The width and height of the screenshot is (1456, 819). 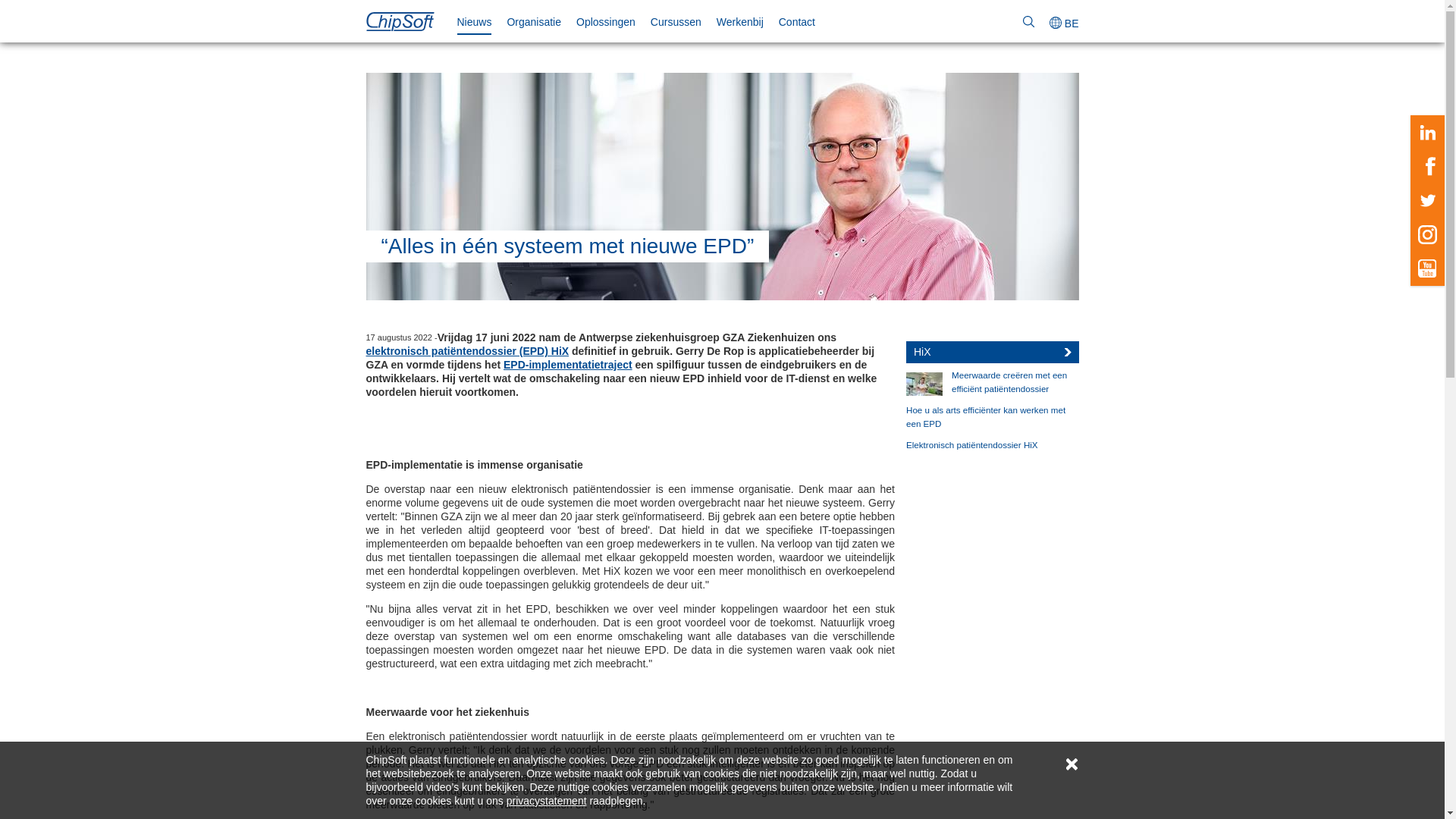 What do you see at coordinates (566, 365) in the screenshot?
I see `'EPD-implementatietraject'` at bounding box center [566, 365].